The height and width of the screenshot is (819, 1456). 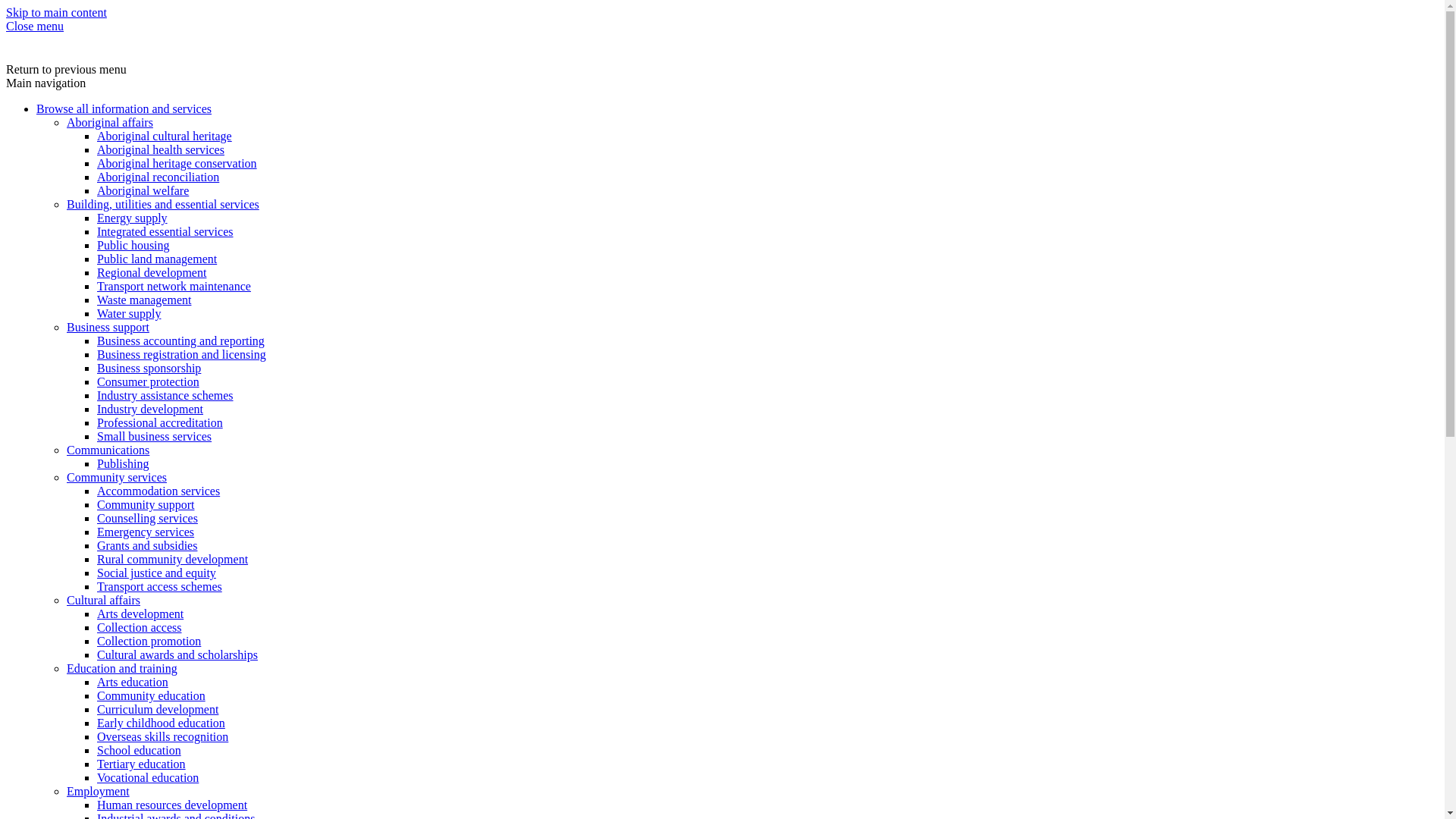 I want to click on 'Building, utilities and essential services', so click(x=163, y=203).